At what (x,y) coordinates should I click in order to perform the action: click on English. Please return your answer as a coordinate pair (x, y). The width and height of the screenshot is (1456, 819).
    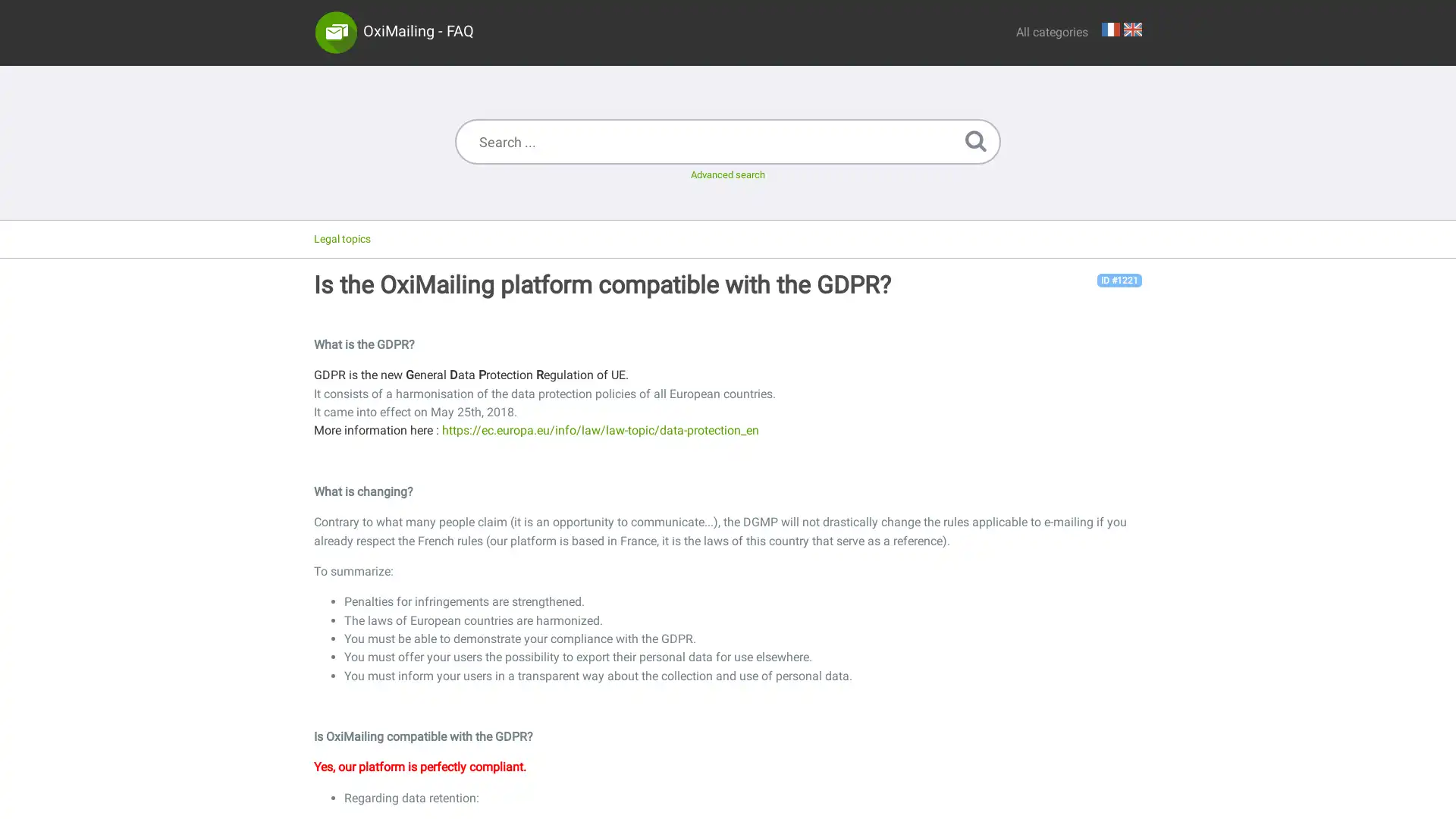
    Looking at the image, I should click on (1132, 29).